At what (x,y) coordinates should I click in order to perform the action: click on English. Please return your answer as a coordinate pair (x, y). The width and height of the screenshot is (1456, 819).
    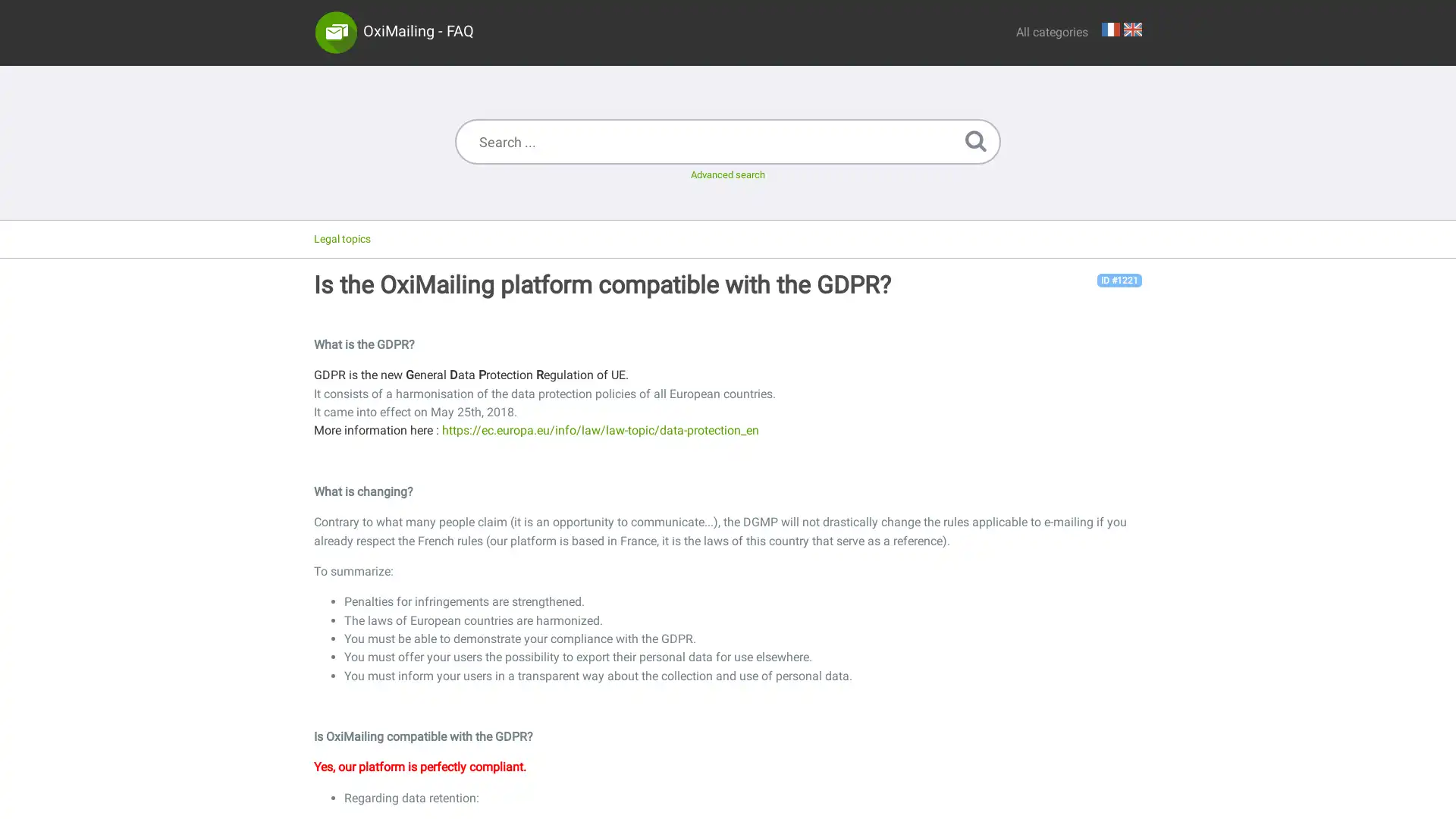
    Looking at the image, I should click on (1132, 29).